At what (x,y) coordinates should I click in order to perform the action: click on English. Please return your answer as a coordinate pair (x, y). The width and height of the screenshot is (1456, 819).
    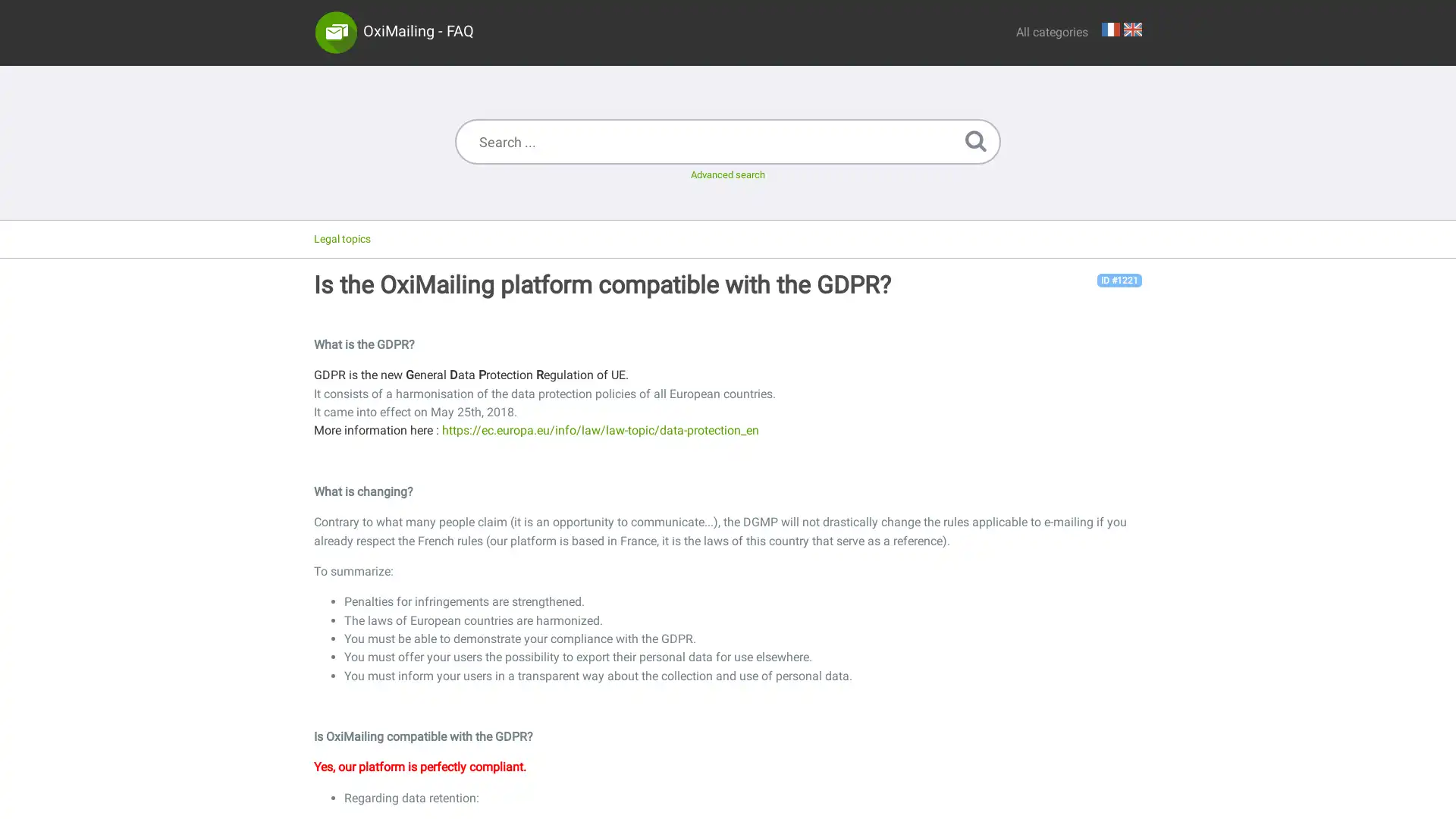
    Looking at the image, I should click on (1132, 29).